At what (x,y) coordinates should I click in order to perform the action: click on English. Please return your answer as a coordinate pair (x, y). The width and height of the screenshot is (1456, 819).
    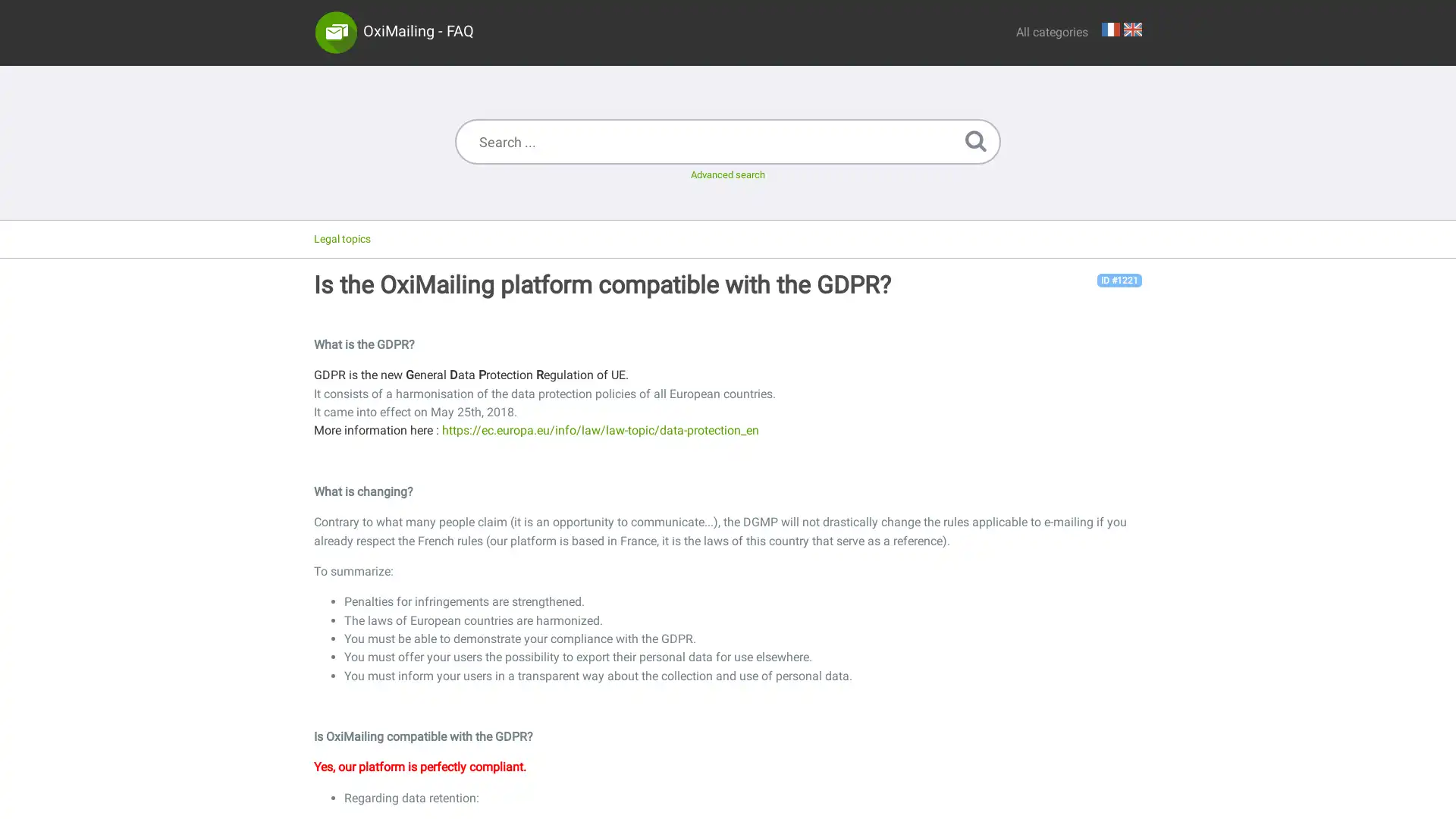
    Looking at the image, I should click on (1132, 29).